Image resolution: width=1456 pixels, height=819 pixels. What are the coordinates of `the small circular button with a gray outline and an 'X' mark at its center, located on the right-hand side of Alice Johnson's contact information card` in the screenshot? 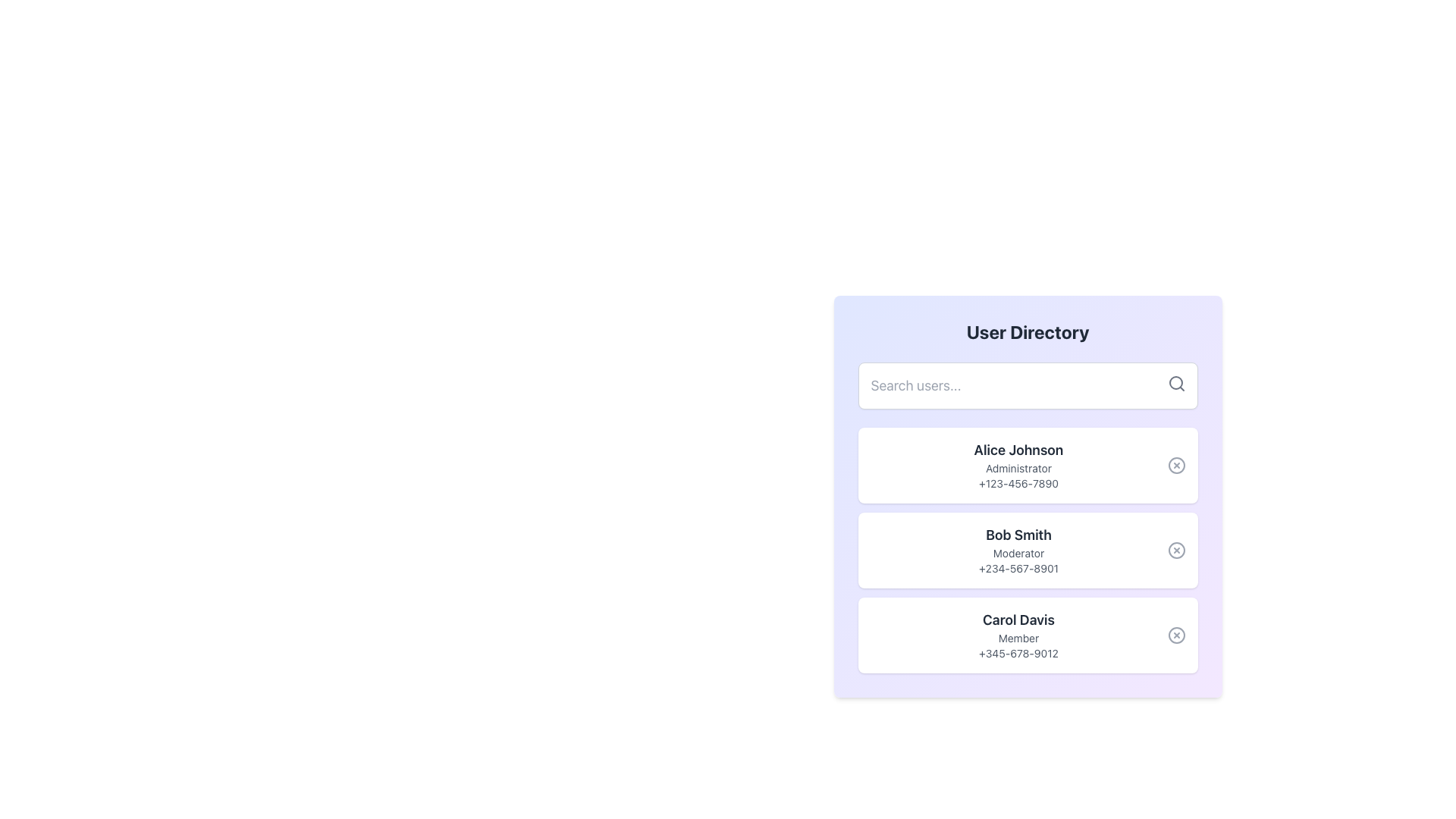 It's located at (1175, 464).